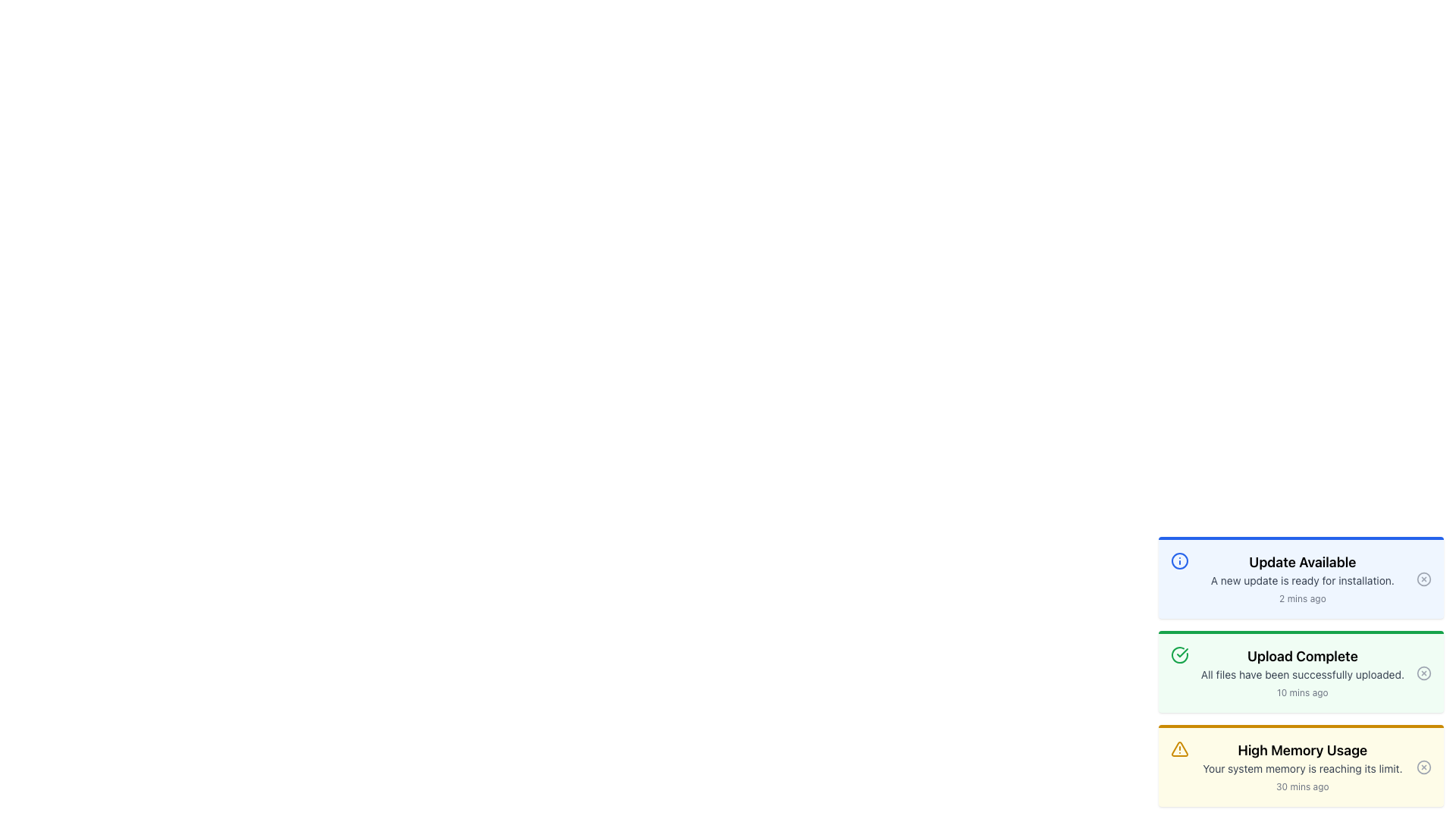 This screenshot has width=1456, height=819. What do you see at coordinates (1178, 561) in the screenshot?
I see `the Circular icon located in the top left corner of the 'Update Available' notification box to indicate informative content or a status update` at bounding box center [1178, 561].